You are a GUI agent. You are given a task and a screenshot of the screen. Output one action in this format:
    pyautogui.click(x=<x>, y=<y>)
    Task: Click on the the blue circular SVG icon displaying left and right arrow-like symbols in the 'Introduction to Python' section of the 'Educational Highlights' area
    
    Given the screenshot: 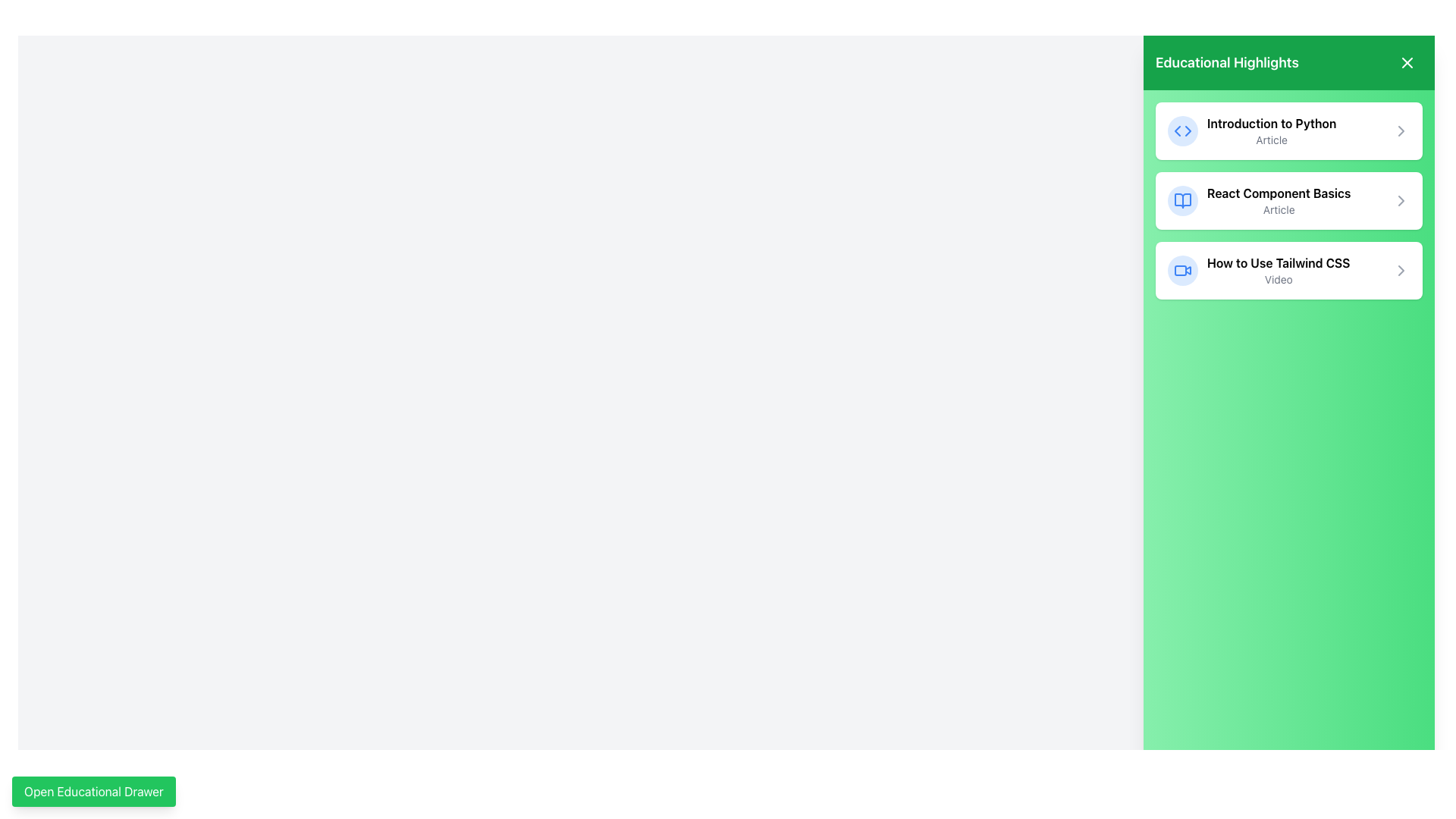 What is the action you would take?
    pyautogui.click(x=1182, y=130)
    